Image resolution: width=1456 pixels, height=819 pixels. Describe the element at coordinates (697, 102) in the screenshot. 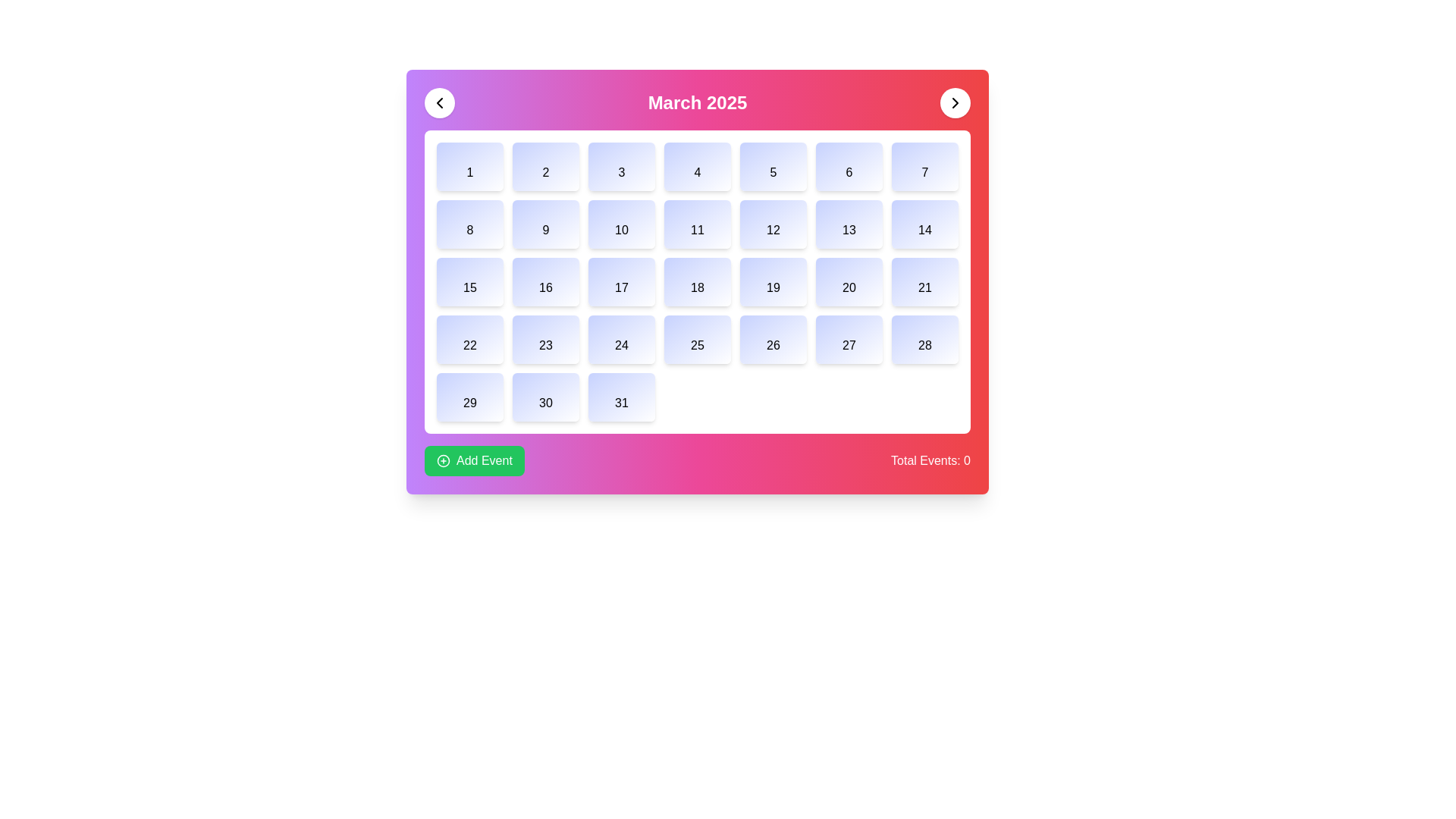

I see `the text label displaying 'March 2025', which is centrally located at the top of the calendar interface` at that location.